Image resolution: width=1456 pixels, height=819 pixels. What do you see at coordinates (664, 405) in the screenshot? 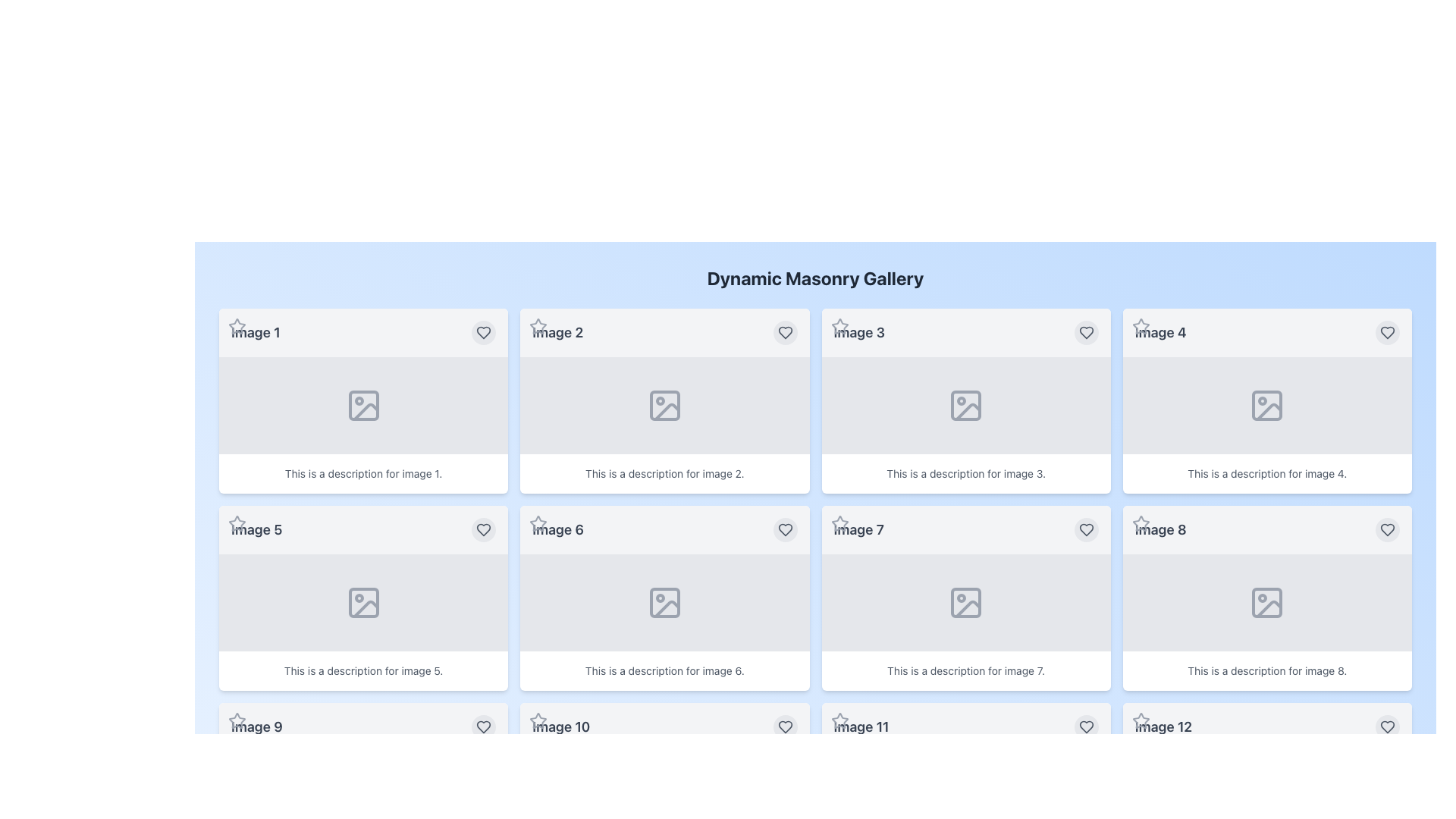
I see `the image placeholder icon located centrally within the card labeled 'Image 2' in the top row of the three-by-four grid for further functionality` at bounding box center [664, 405].